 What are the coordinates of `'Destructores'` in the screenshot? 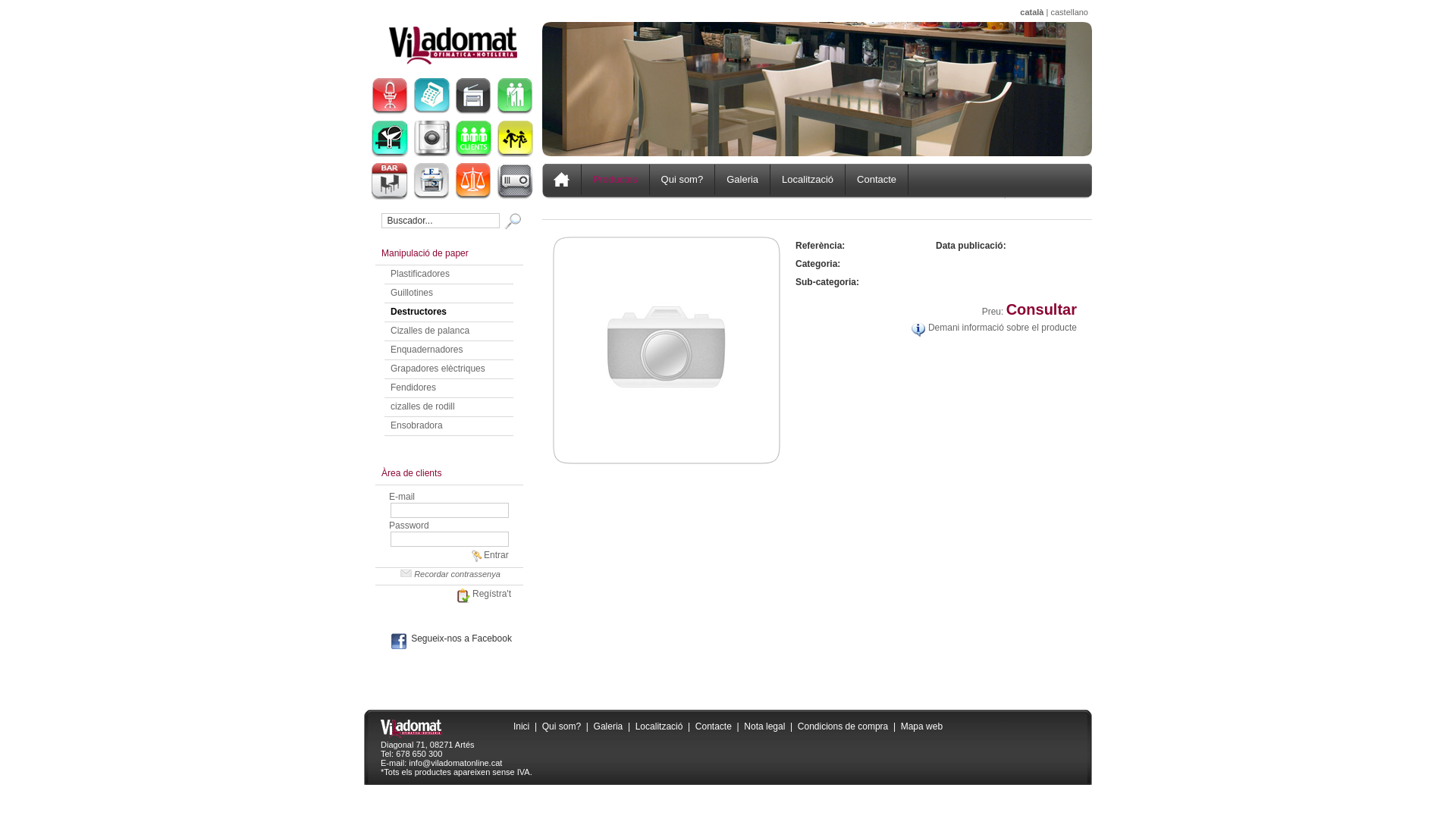 It's located at (419, 311).